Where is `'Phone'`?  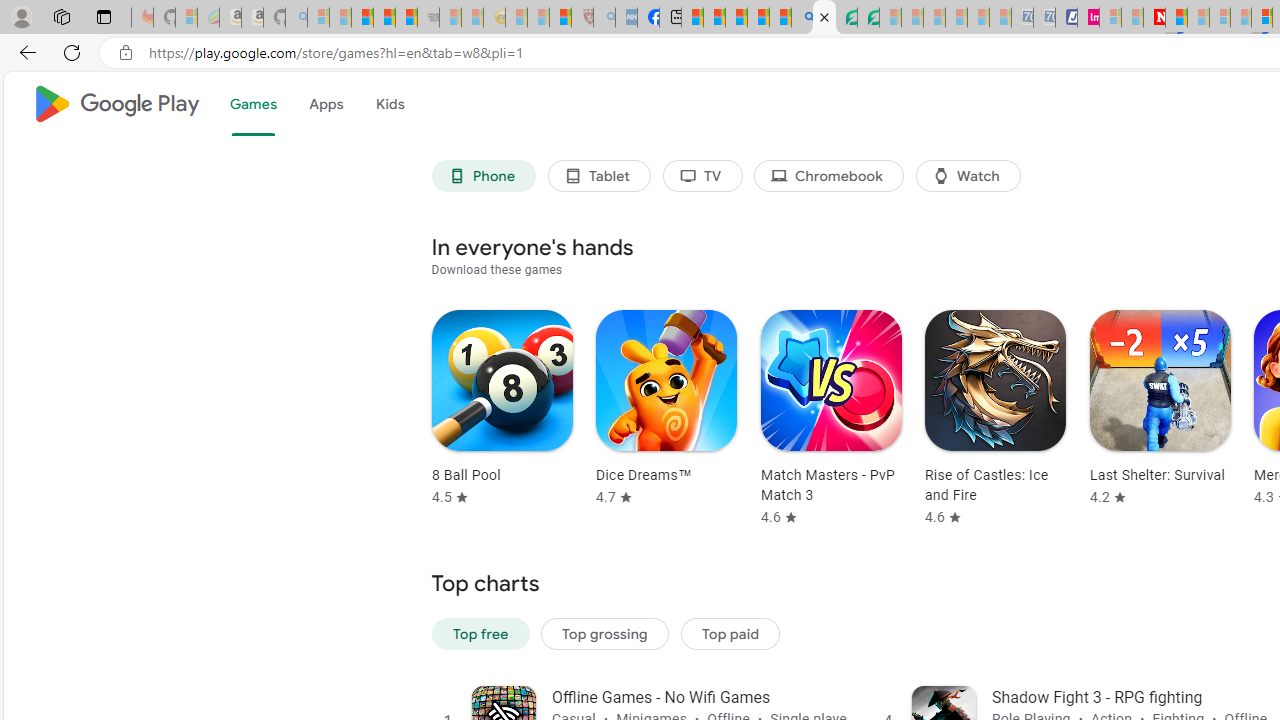
'Phone' is located at coordinates (483, 175).